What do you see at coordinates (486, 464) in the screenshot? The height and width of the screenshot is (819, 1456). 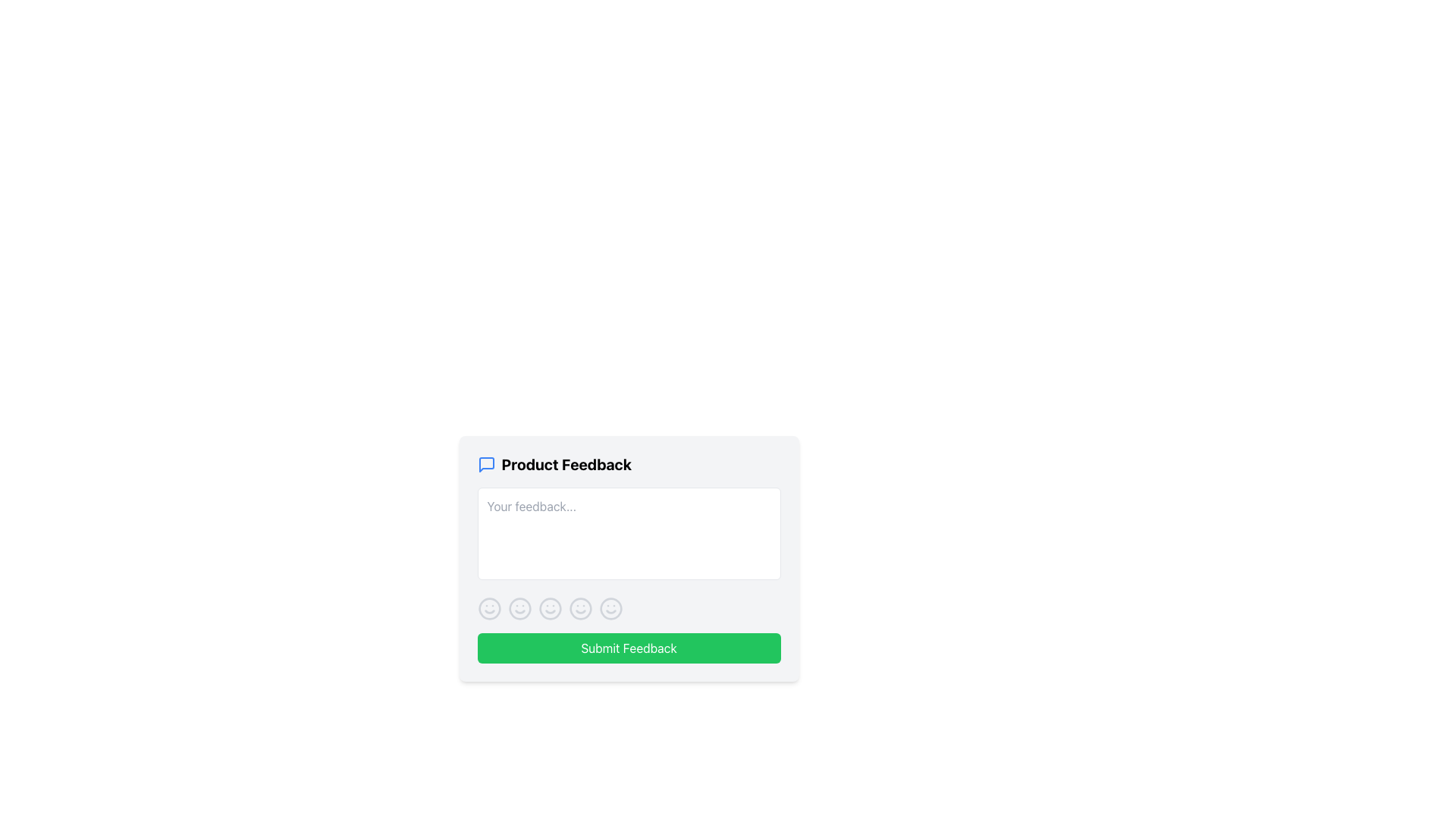 I see `the speech bubble icon in the 'Product Feedback' section, located at the top-left corner above the text input area` at bounding box center [486, 464].